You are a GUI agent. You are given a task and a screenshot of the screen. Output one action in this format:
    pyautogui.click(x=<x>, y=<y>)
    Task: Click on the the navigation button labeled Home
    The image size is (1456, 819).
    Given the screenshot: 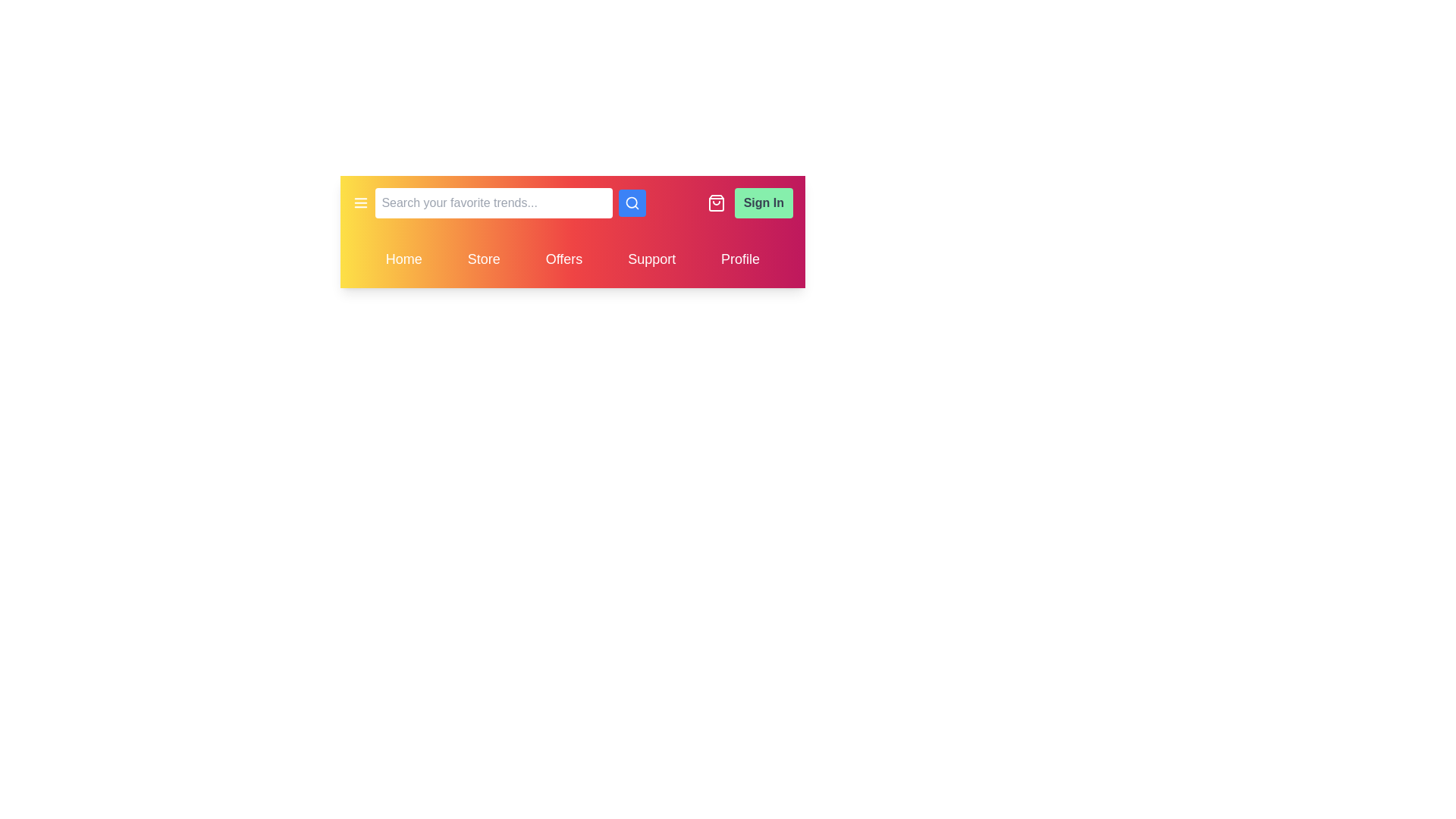 What is the action you would take?
    pyautogui.click(x=403, y=259)
    